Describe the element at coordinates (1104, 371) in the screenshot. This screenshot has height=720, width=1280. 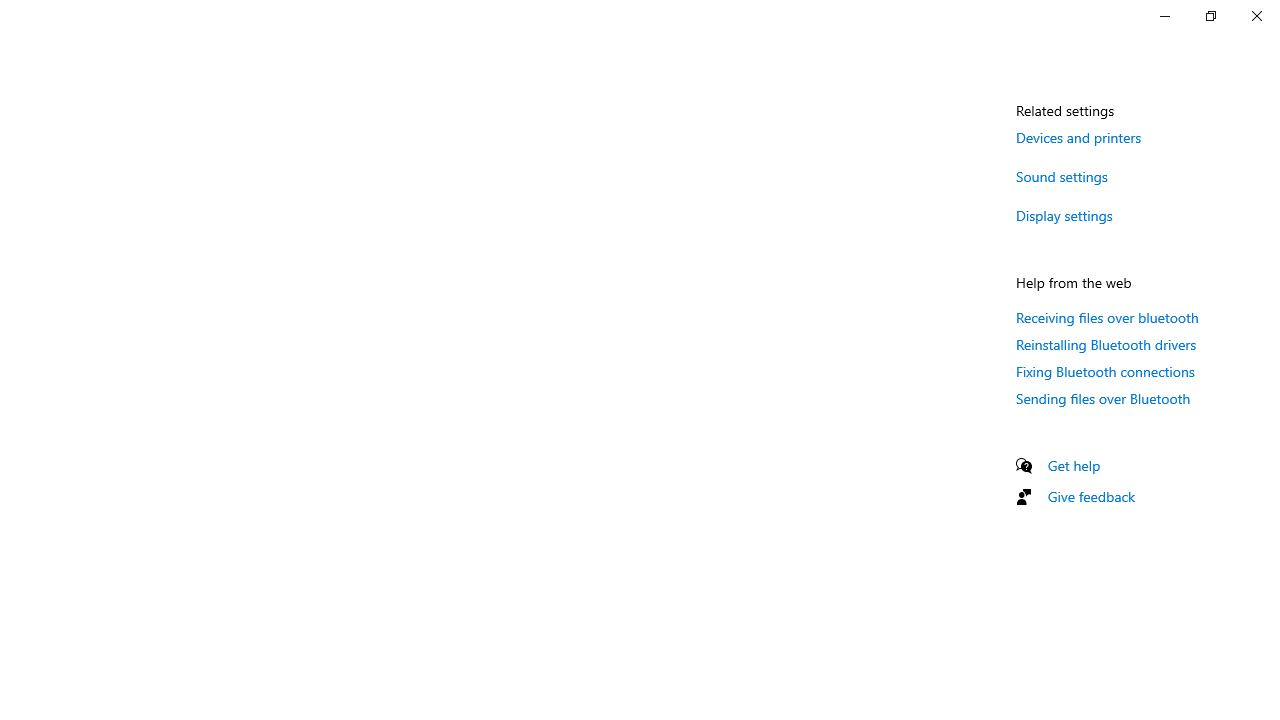
I see `'Fixing Bluetooth connections'` at that location.